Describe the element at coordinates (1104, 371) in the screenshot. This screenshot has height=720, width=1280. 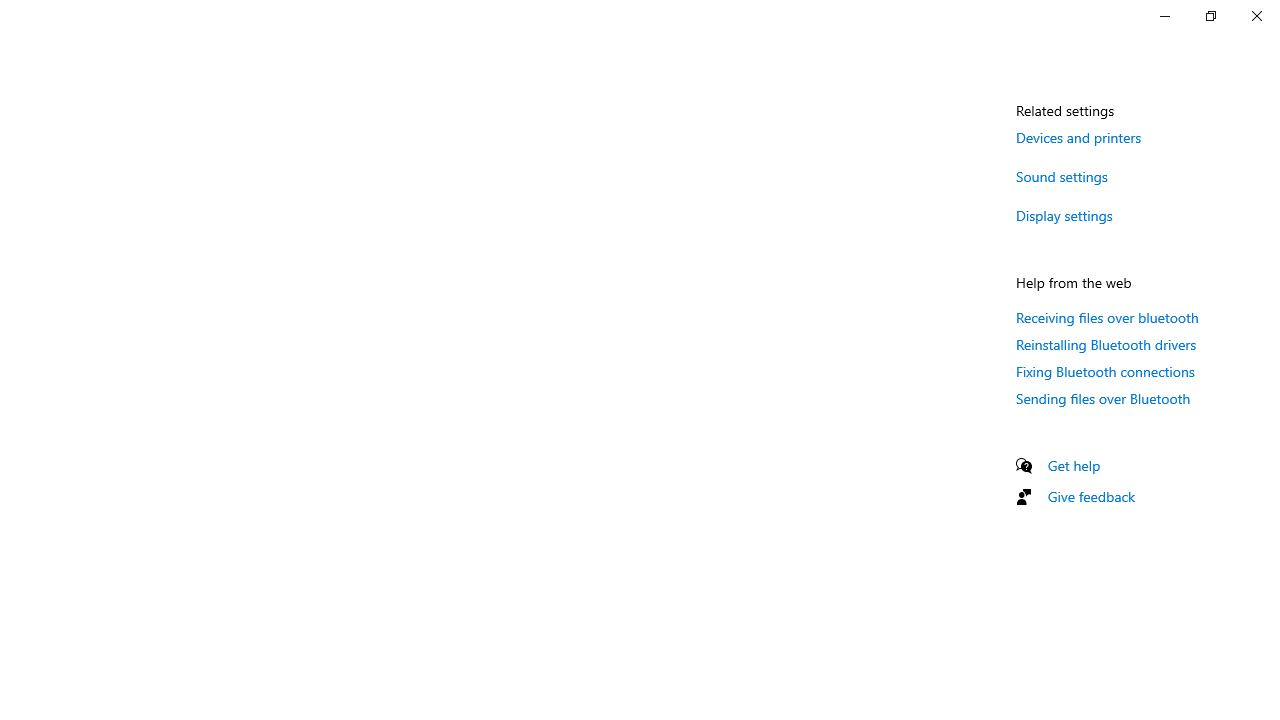
I see `'Fixing Bluetooth connections'` at that location.